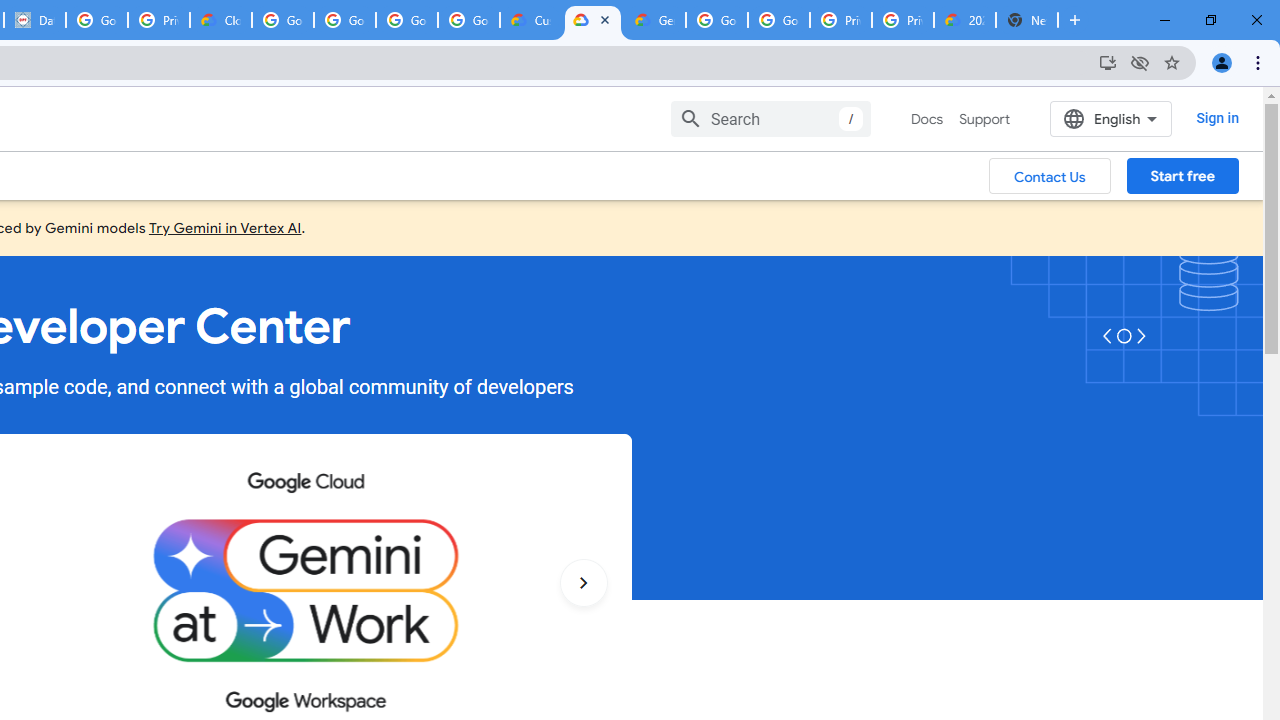 Image resolution: width=1280 pixels, height=720 pixels. What do you see at coordinates (1110, 118) in the screenshot?
I see `'English'` at bounding box center [1110, 118].